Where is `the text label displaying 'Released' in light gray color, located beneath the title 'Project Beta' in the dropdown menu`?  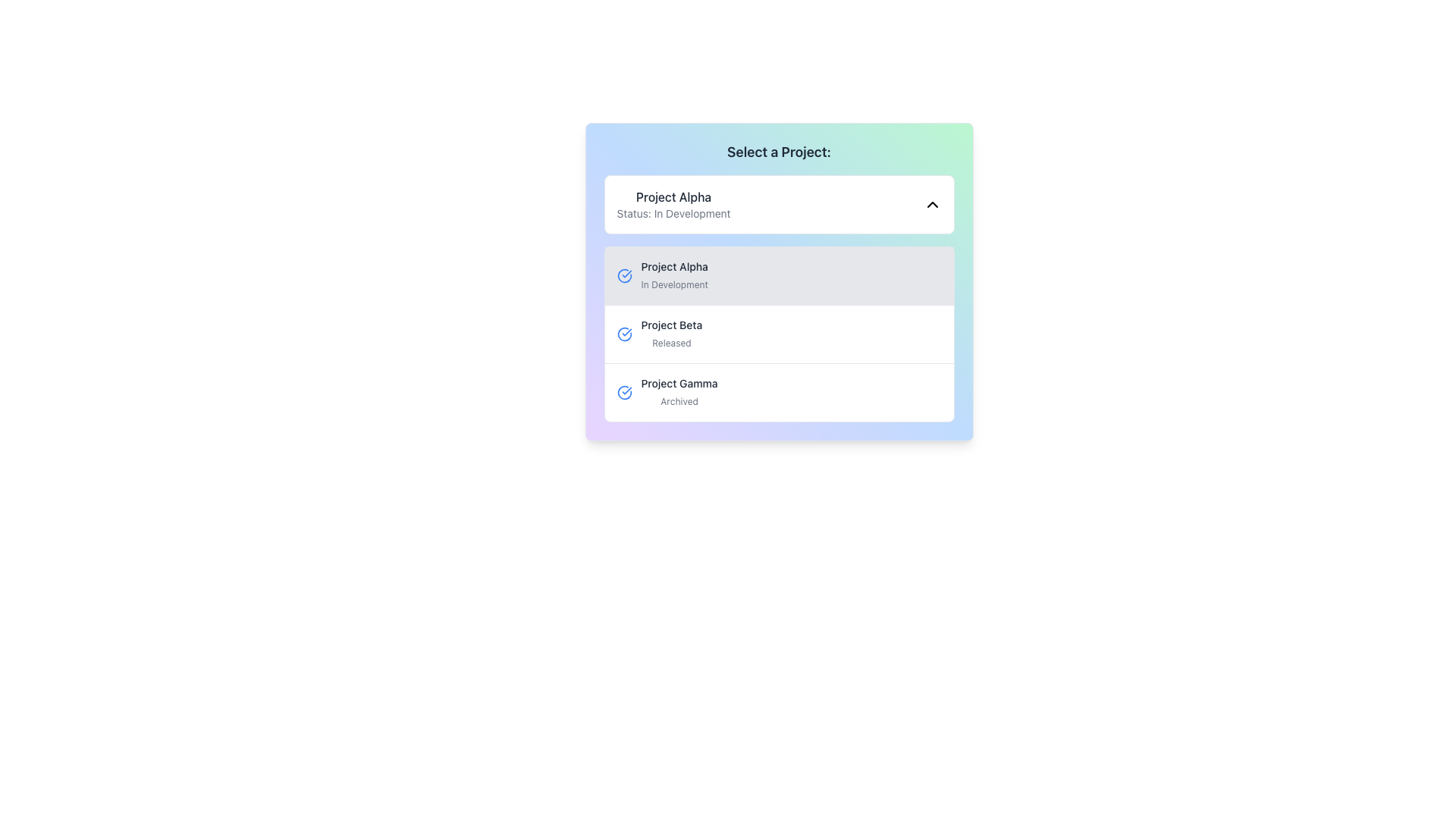
the text label displaying 'Released' in light gray color, located beneath the title 'Project Beta' in the dropdown menu is located at coordinates (670, 343).